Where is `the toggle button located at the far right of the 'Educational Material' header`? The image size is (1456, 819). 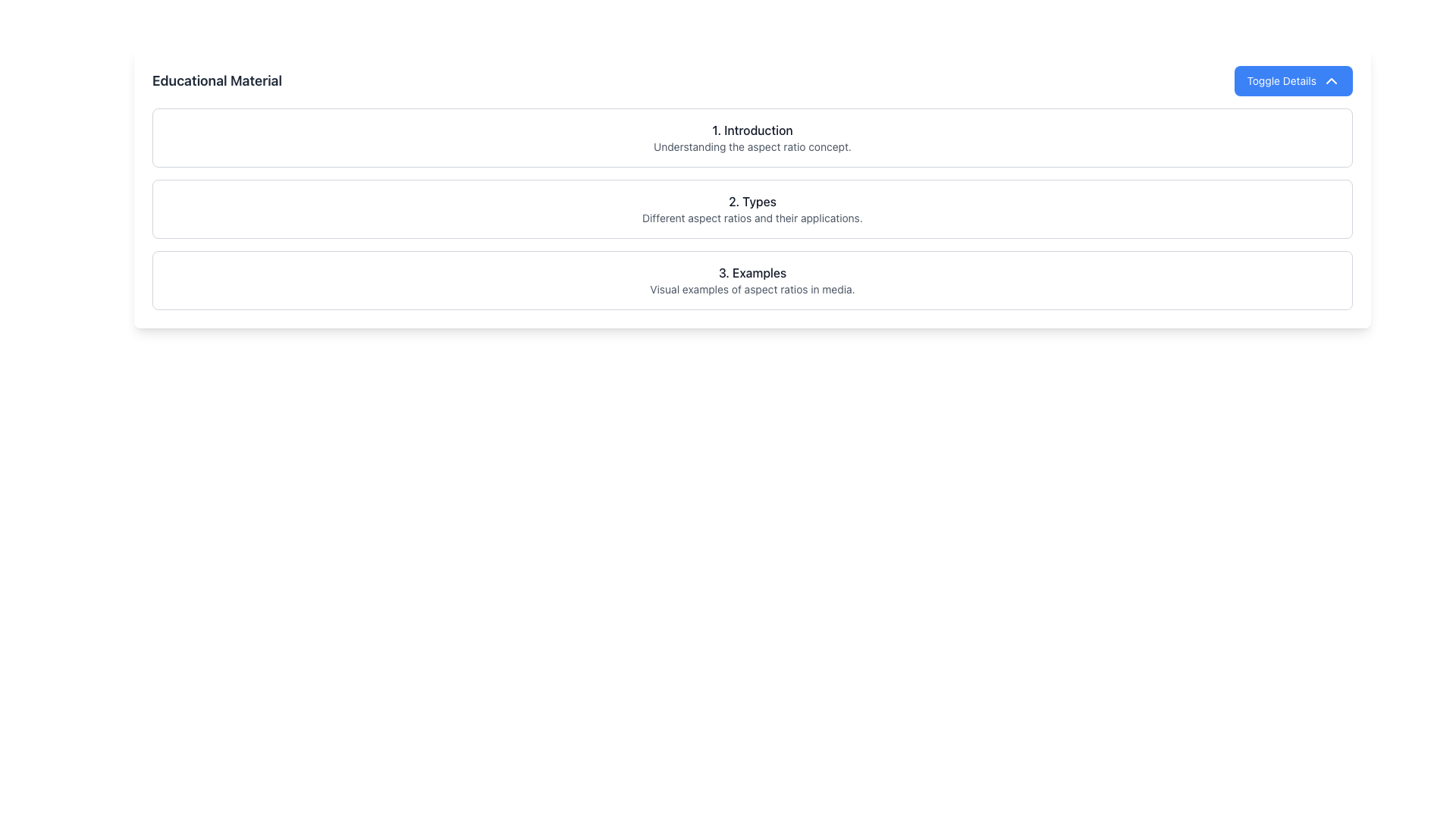
the toggle button located at the far right of the 'Educational Material' header is located at coordinates (1293, 81).